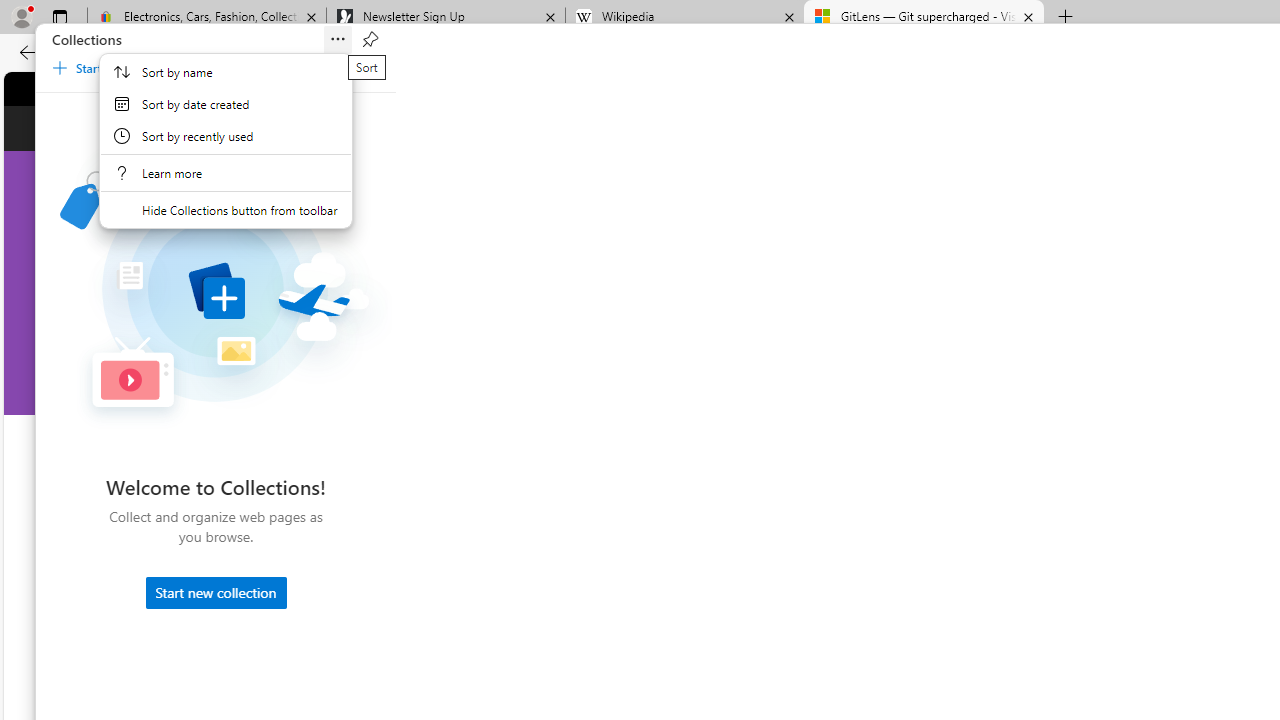  Describe the element at coordinates (225, 140) in the screenshot. I see `'Context'` at that location.